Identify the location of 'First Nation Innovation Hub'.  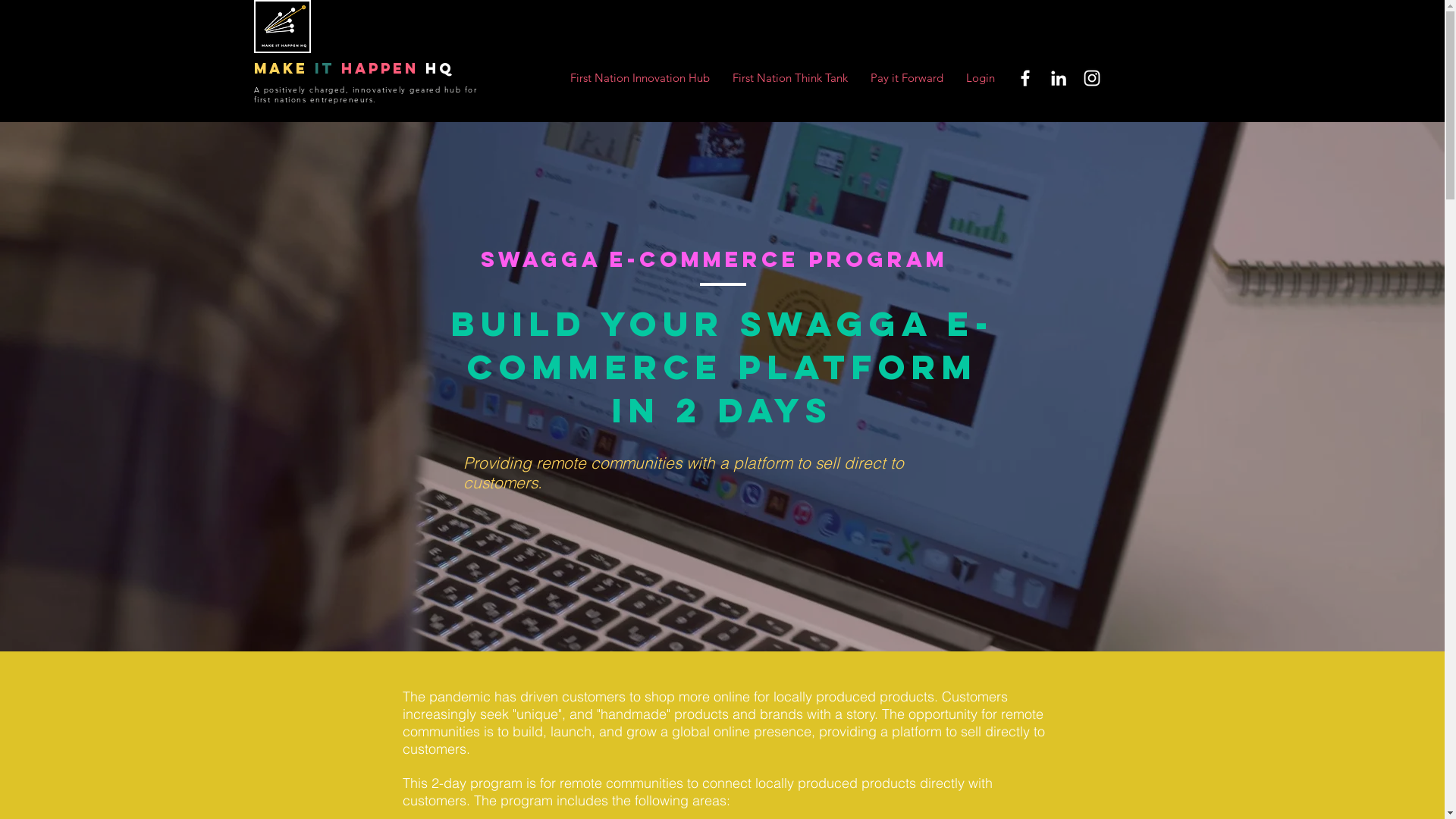
(639, 78).